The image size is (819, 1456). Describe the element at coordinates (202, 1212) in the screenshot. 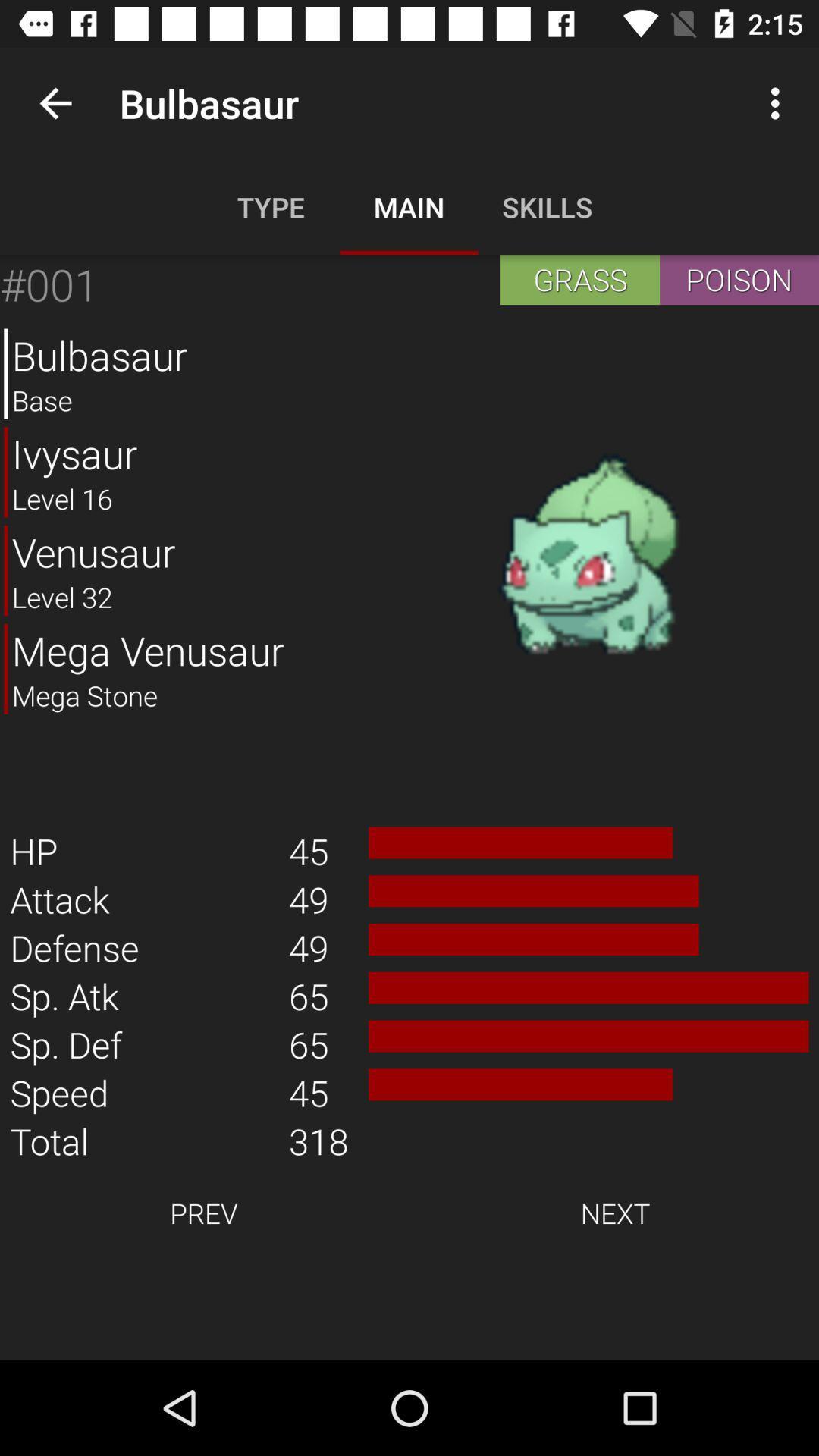

I see `icon below total` at that location.